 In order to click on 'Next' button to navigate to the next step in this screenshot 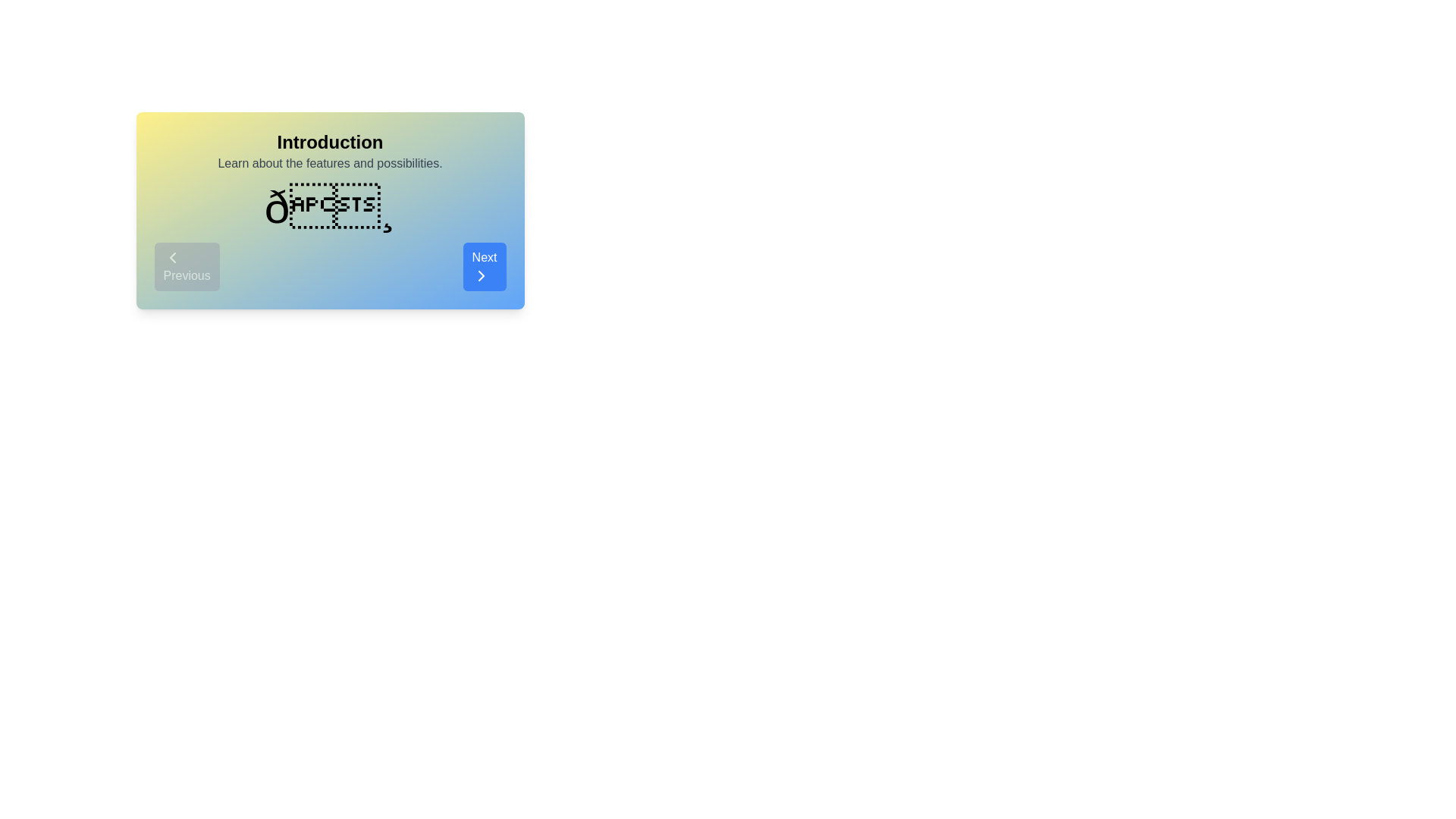, I will do `click(483, 265)`.